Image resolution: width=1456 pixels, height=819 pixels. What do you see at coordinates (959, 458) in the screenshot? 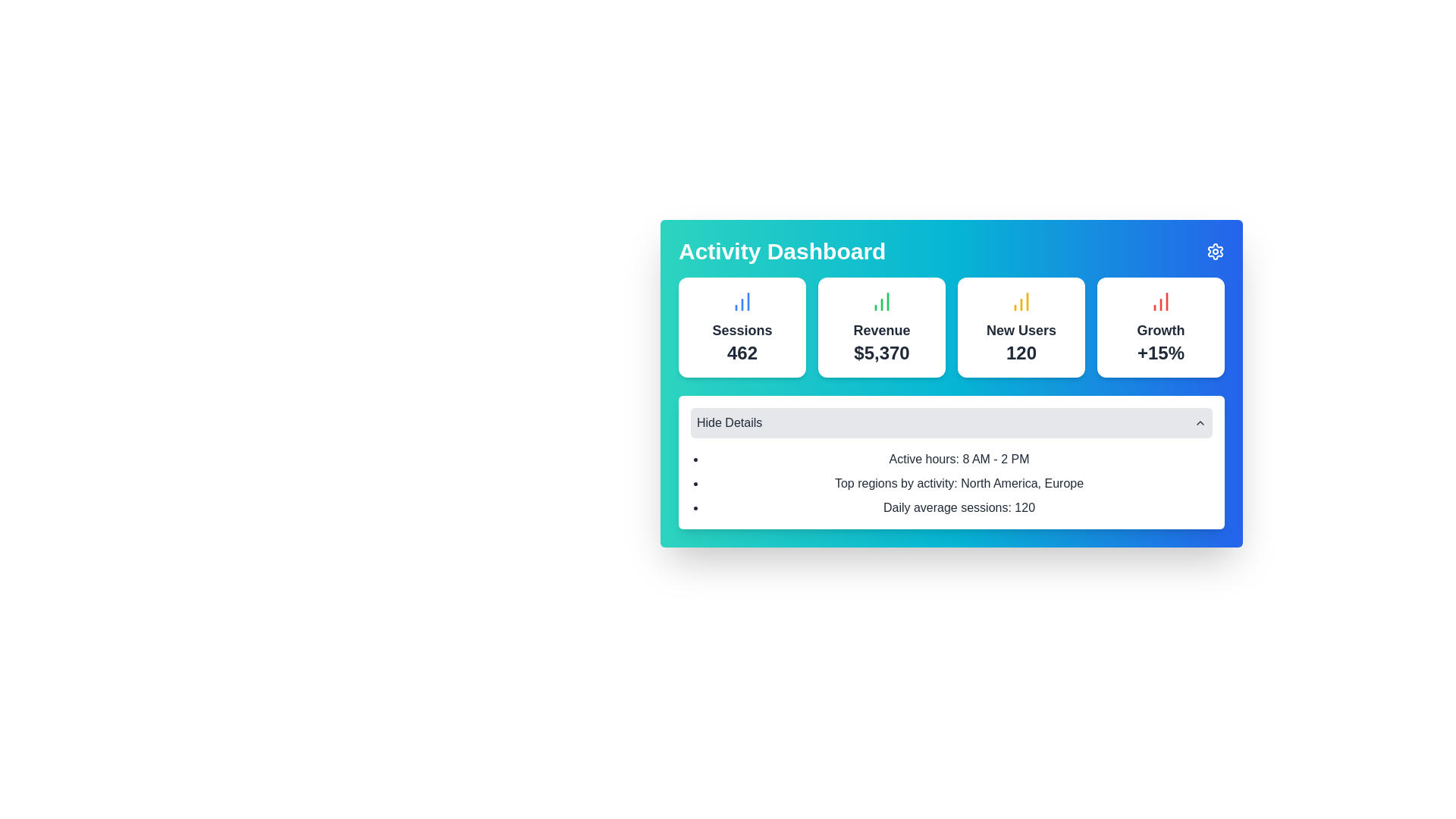
I see `the text label that informs users about the active hours related to the dashboard's data, which is the first item in the unordered list under the 'Hide Details' section of the Activity Dashboard` at bounding box center [959, 458].